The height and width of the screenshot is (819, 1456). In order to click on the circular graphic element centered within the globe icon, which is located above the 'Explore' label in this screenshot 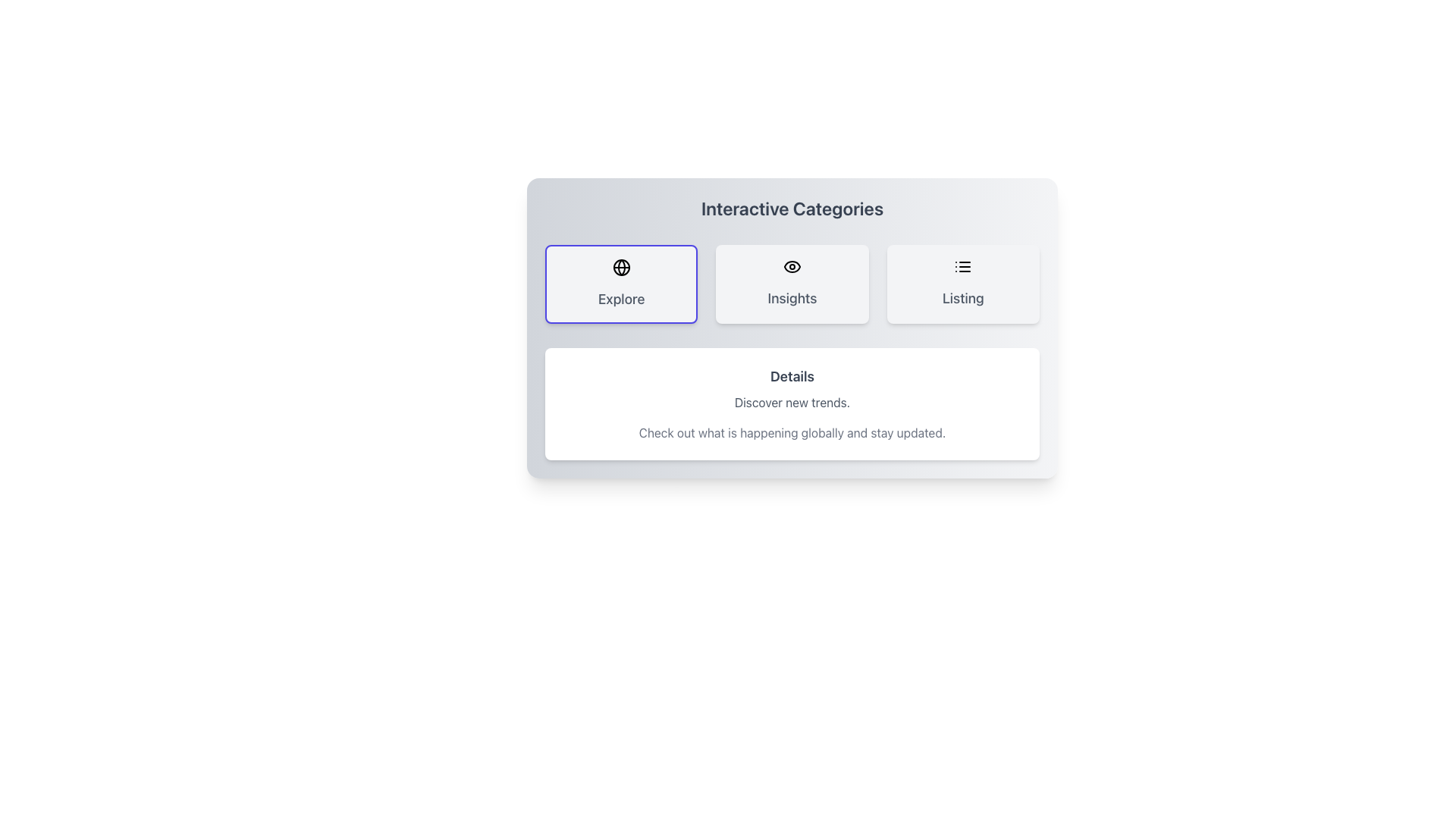, I will do `click(621, 267)`.